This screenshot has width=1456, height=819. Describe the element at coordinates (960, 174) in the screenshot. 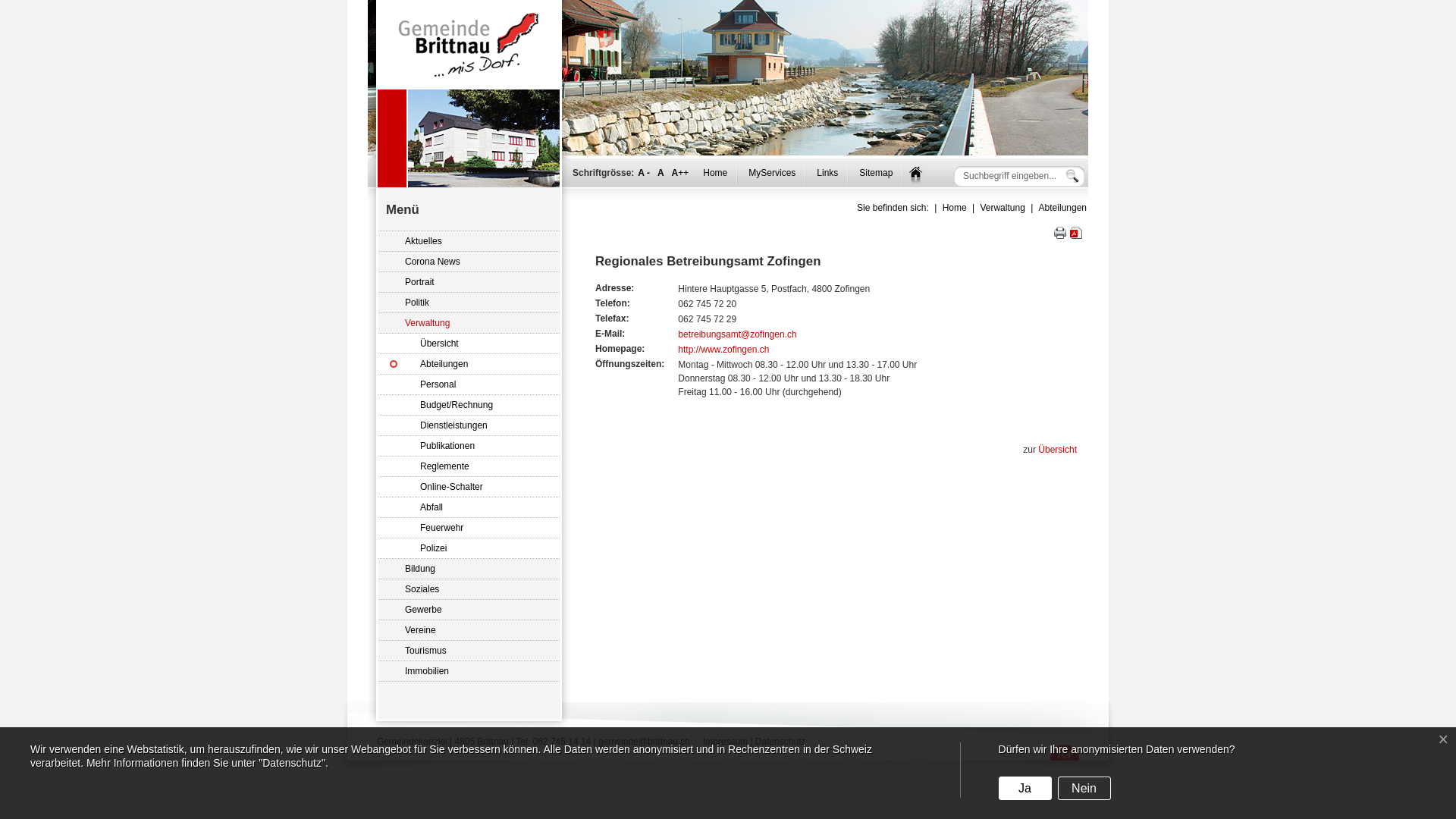

I see `'Suchbegriff eingeben...'` at that location.